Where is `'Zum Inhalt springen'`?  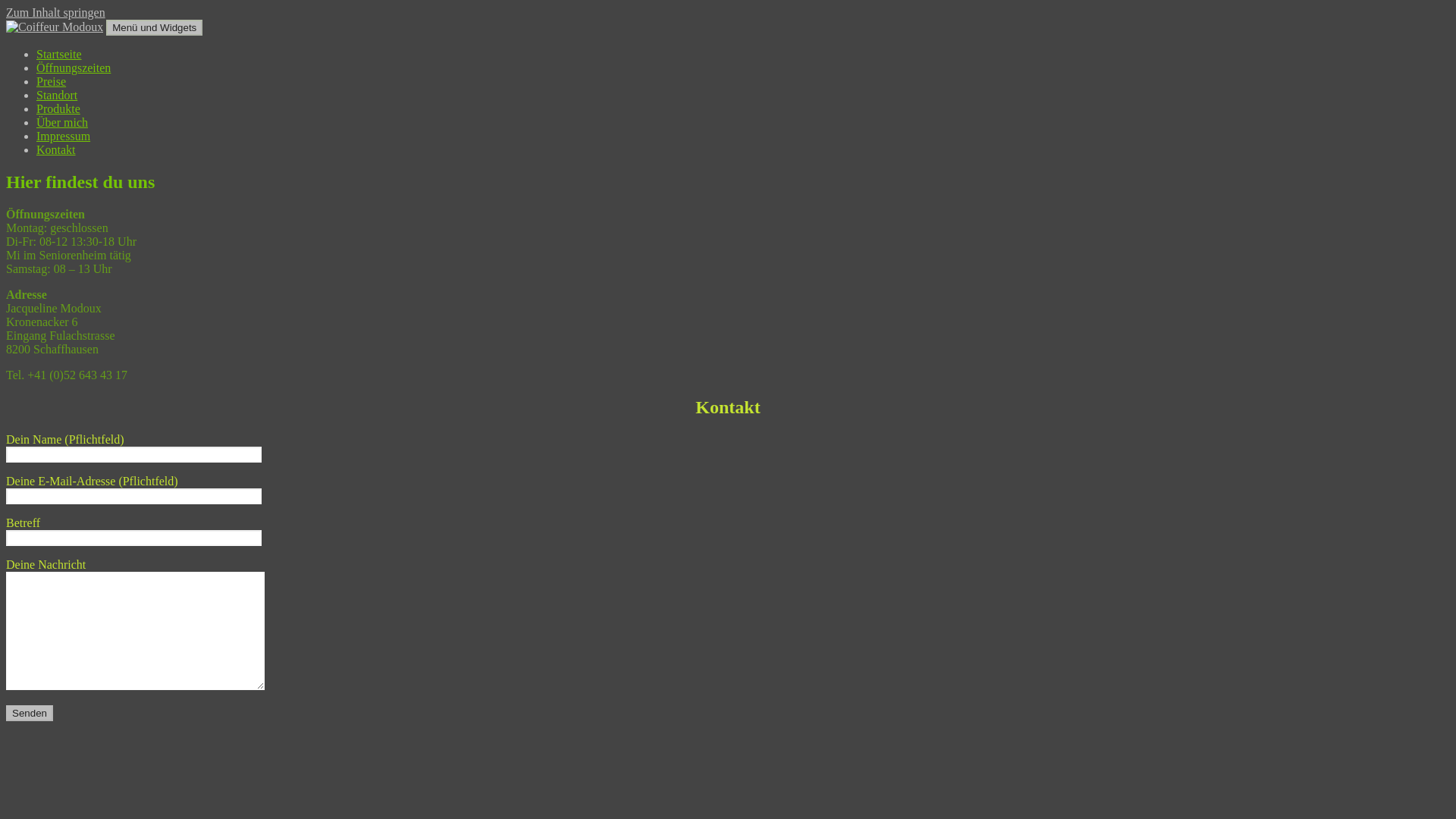 'Zum Inhalt springen' is located at coordinates (6, 12).